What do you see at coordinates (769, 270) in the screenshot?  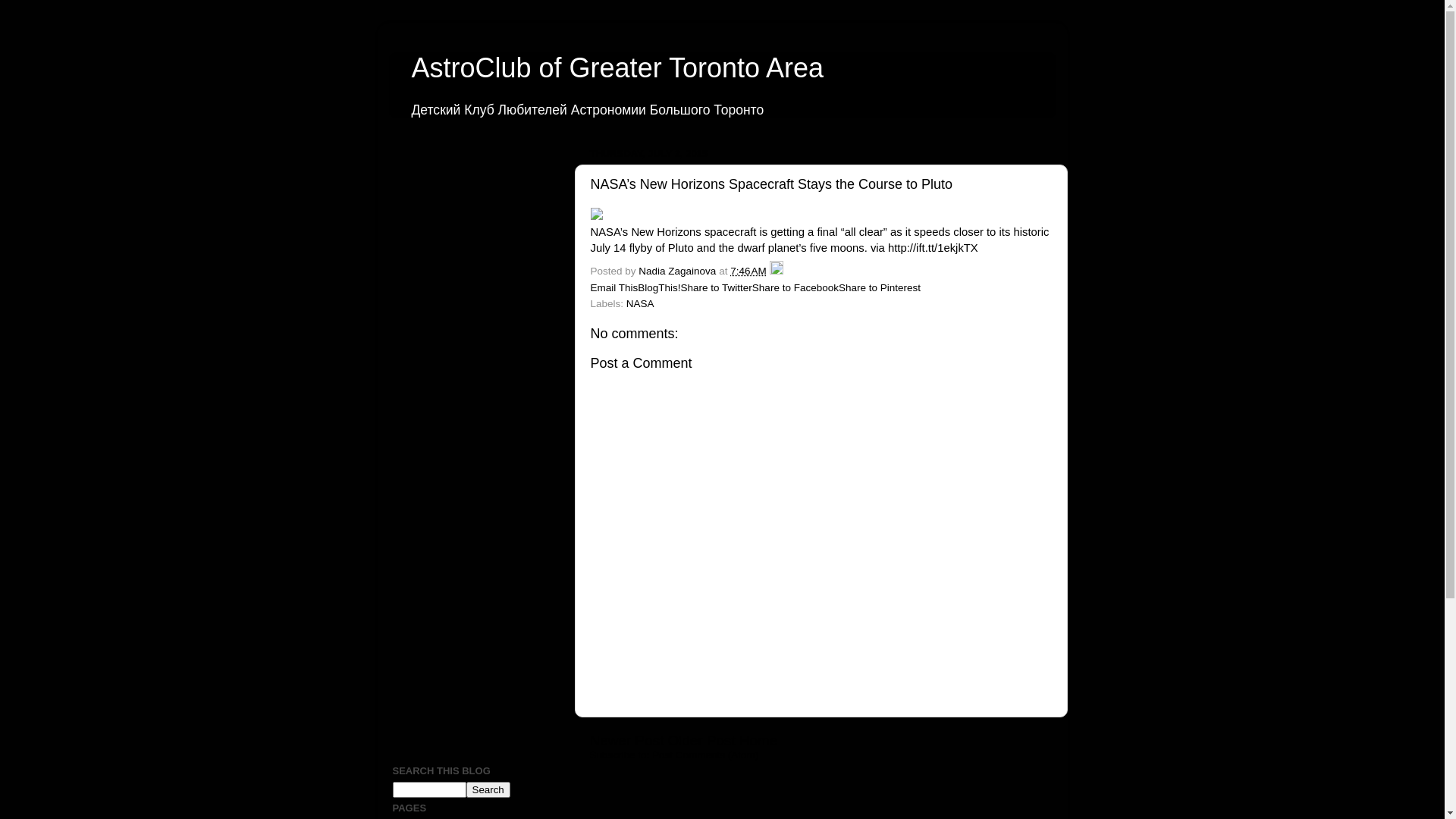 I see `'Edit Post'` at bounding box center [769, 270].